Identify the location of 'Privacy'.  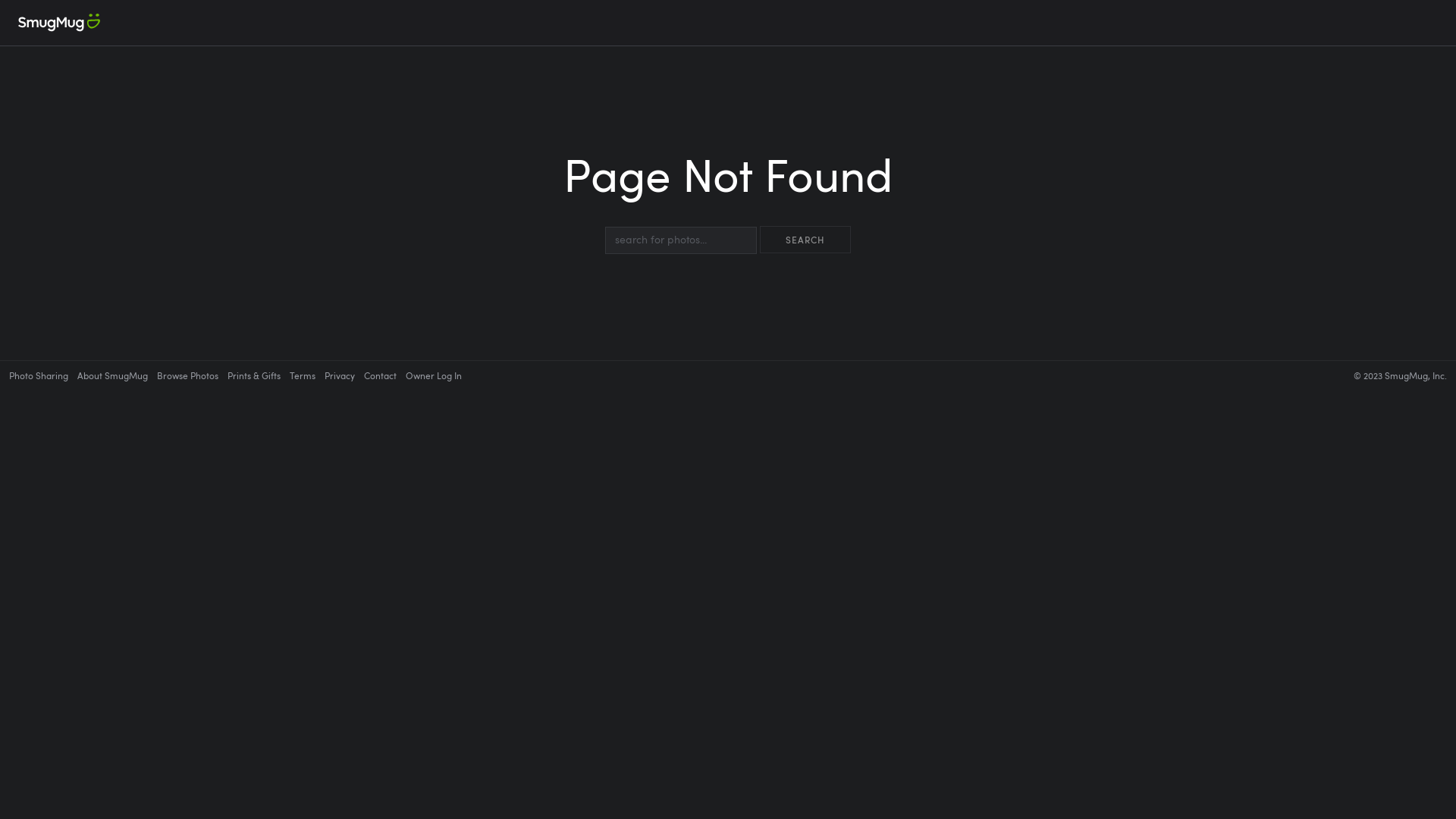
(338, 375).